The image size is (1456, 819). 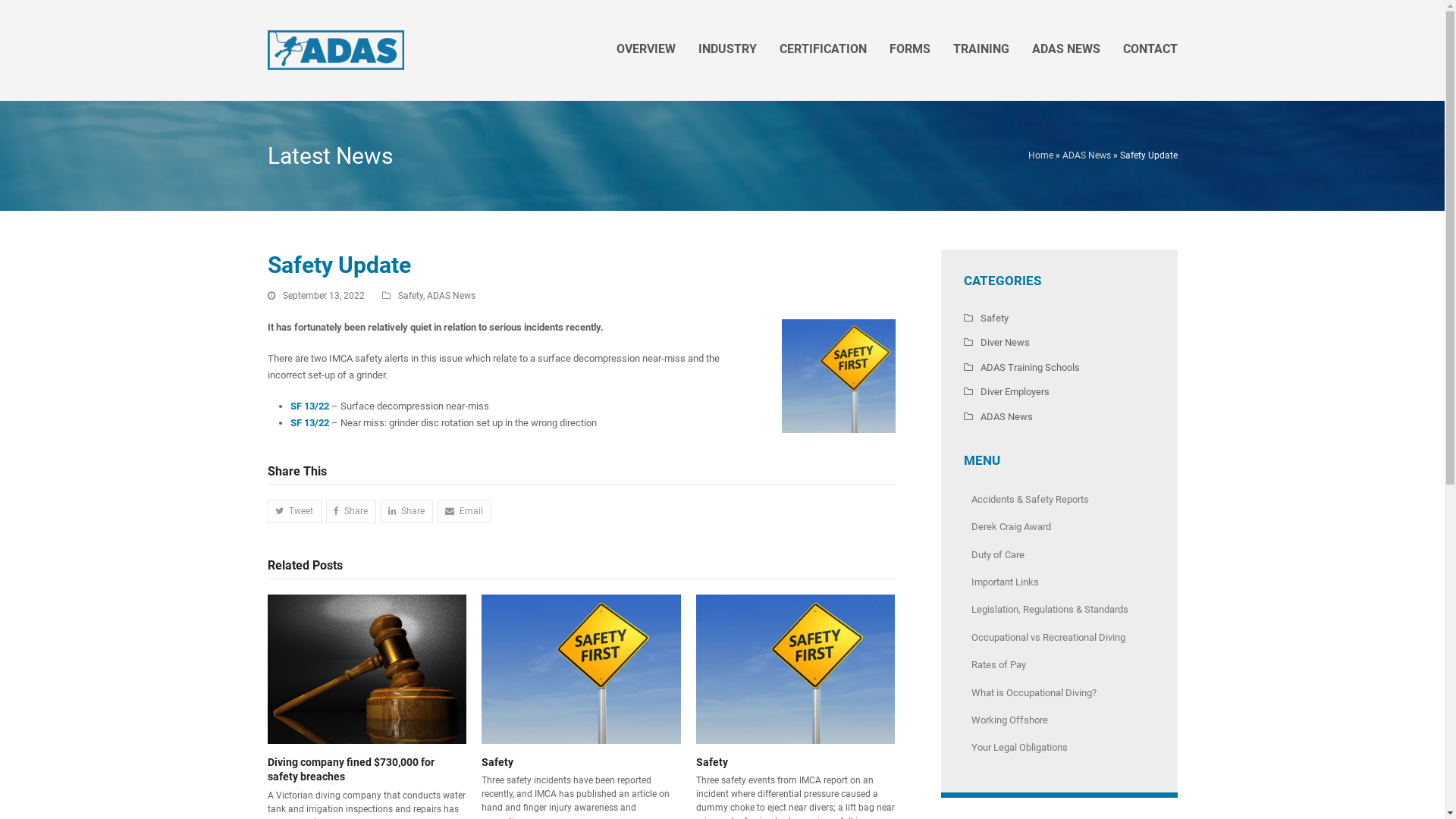 What do you see at coordinates (325, 511) in the screenshot?
I see `'Share'` at bounding box center [325, 511].